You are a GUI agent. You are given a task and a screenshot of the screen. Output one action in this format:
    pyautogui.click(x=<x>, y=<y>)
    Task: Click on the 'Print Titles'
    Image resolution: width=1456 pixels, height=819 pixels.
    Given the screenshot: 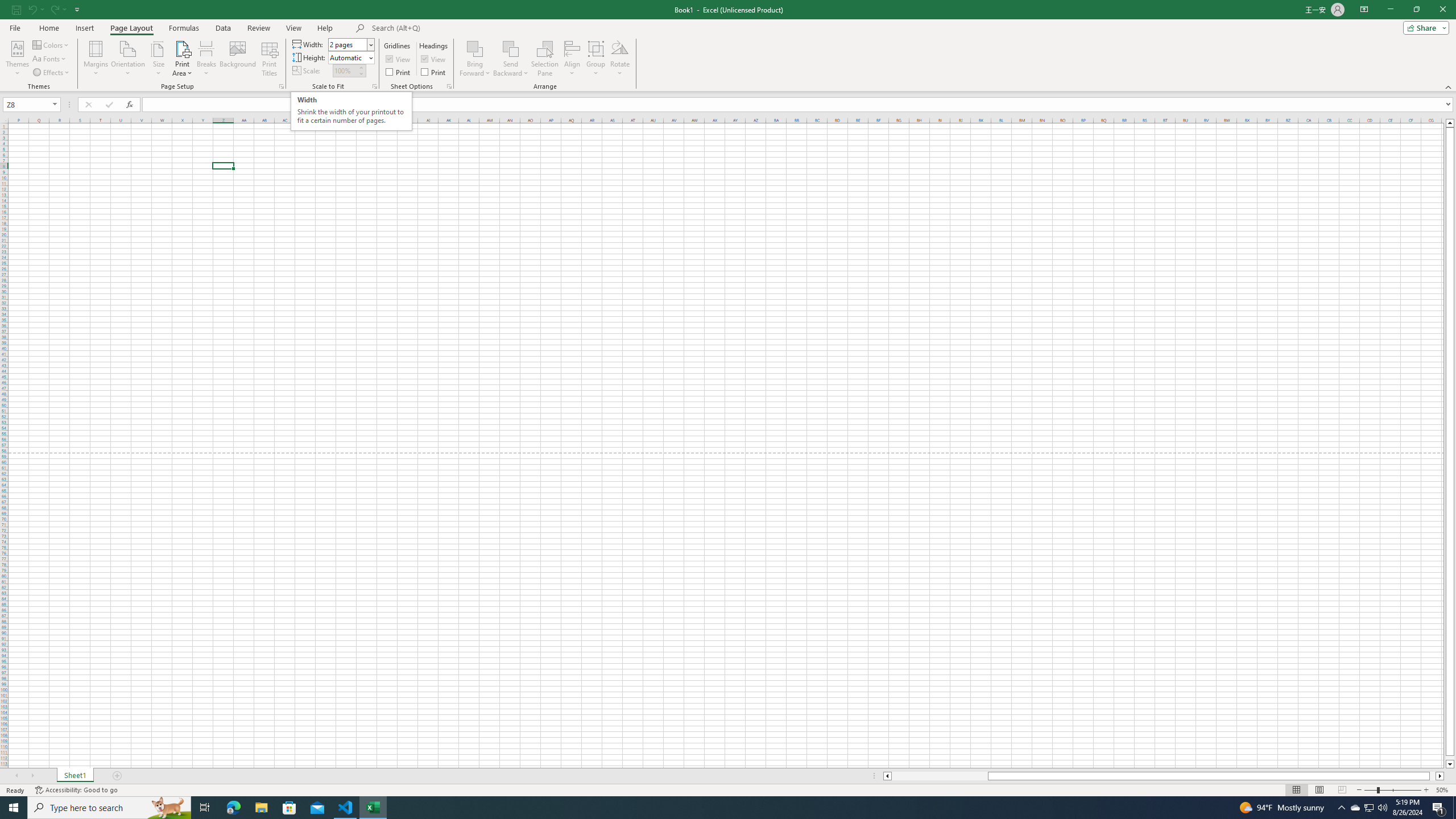 What is the action you would take?
    pyautogui.click(x=268, y=59)
    